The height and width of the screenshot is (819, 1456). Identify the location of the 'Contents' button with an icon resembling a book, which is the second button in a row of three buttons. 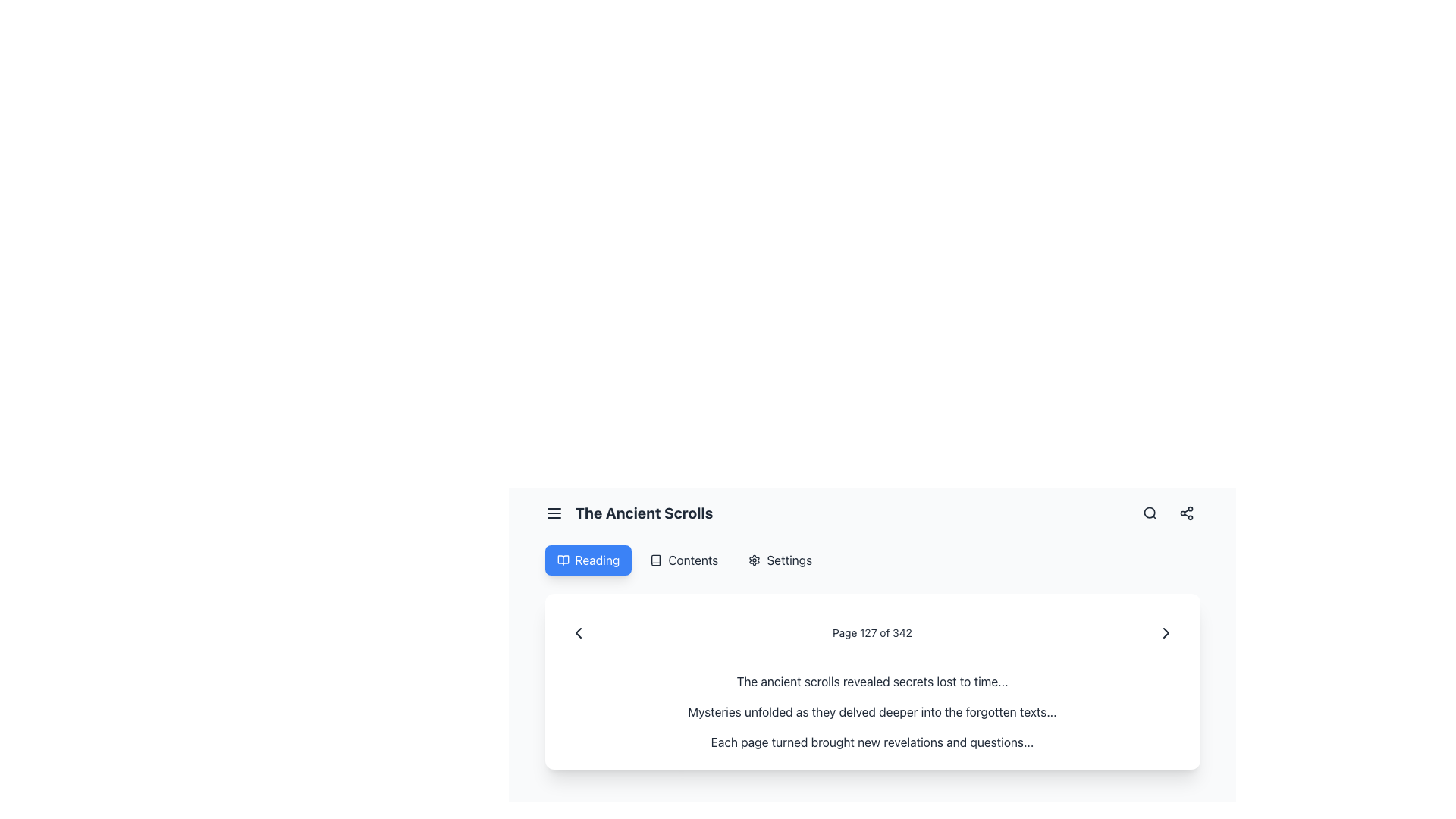
(683, 560).